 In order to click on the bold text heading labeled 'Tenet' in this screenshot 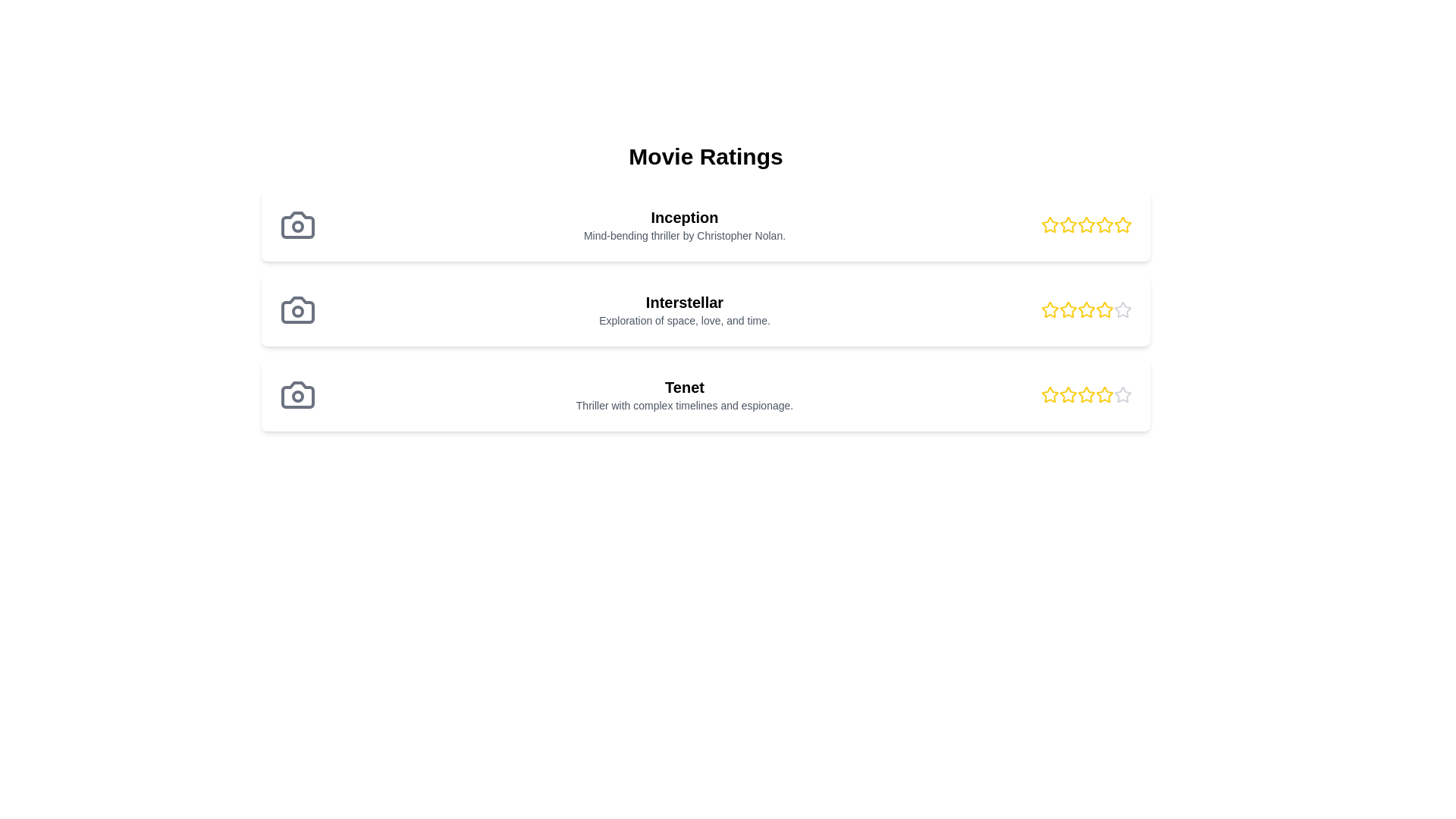, I will do `click(683, 386)`.